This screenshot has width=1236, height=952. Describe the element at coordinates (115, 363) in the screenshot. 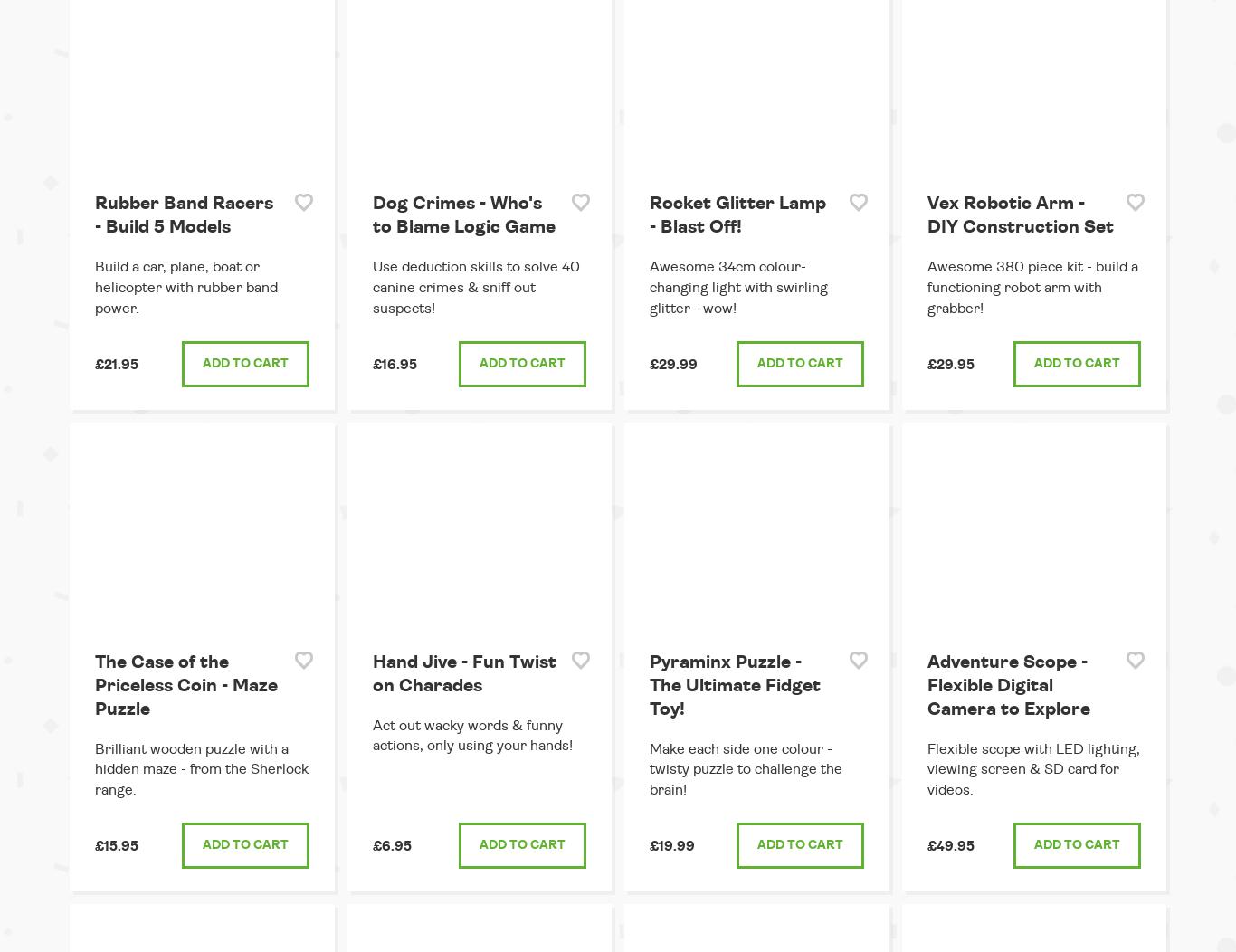

I see `'£21.95'` at that location.